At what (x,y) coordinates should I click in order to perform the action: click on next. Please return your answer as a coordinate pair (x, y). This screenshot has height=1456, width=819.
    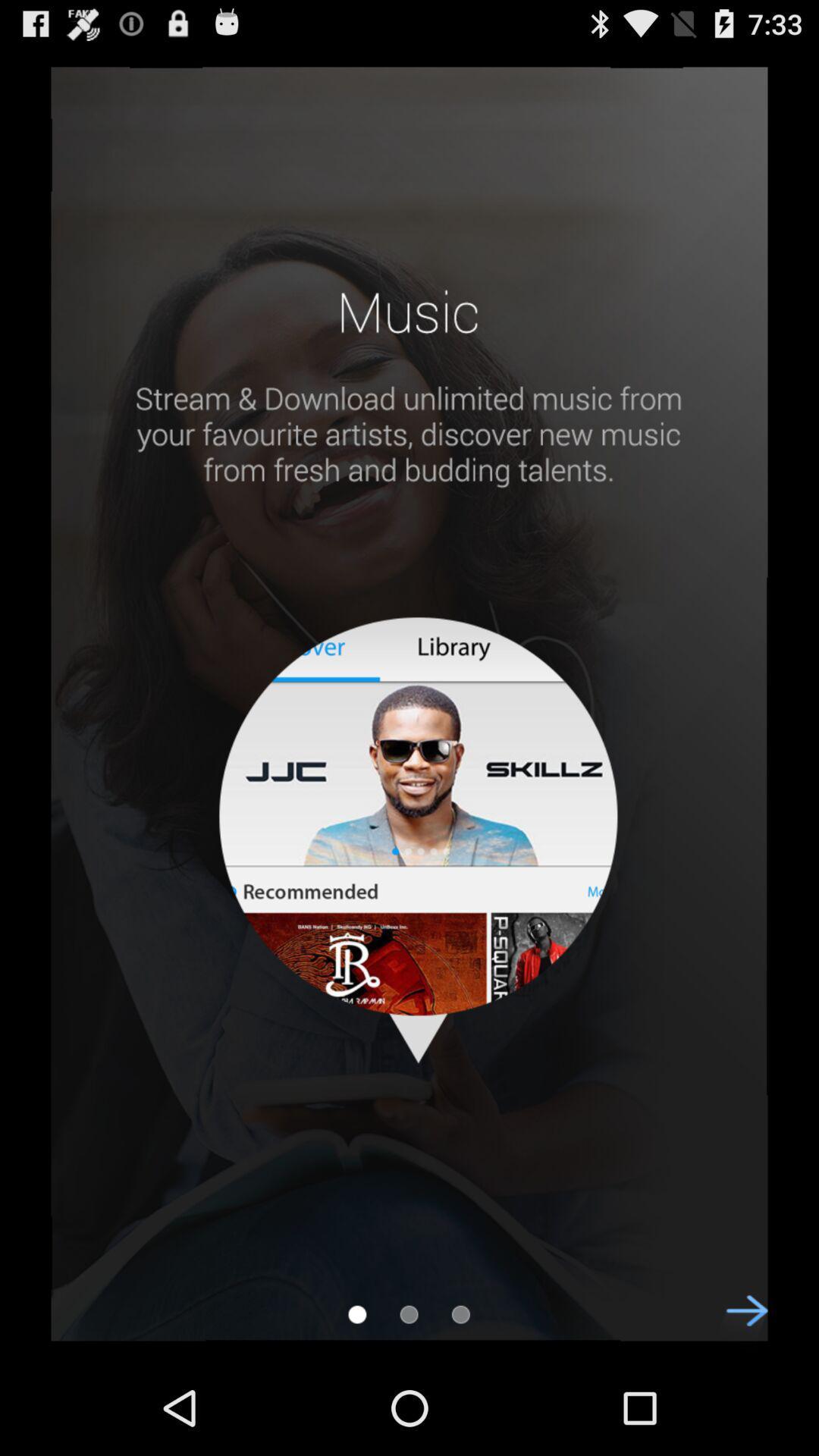
    Looking at the image, I should click on (738, 1323).